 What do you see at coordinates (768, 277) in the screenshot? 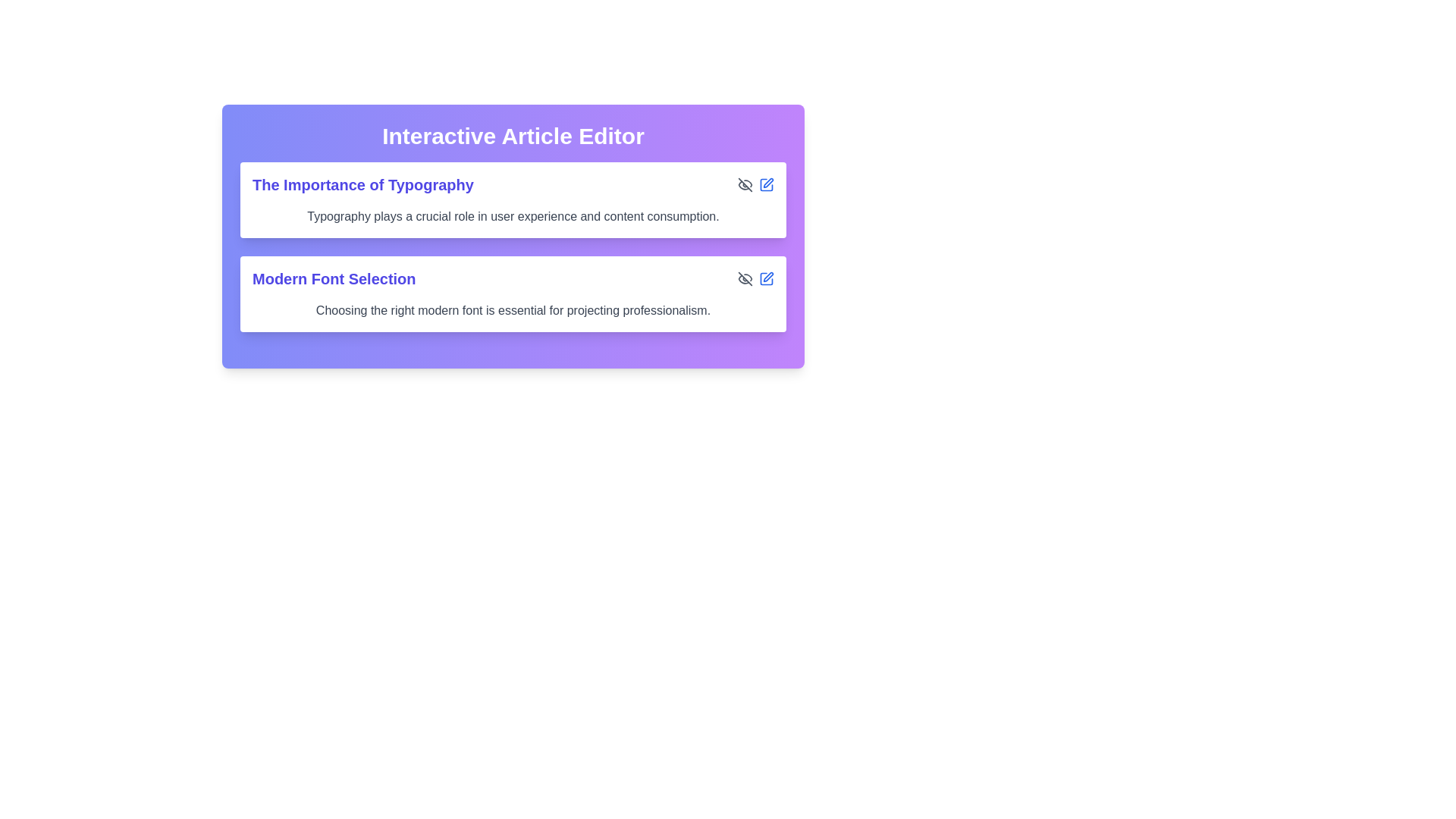
I see `the small blue pen-shaped icon button representing the edit action, located to the right of the second article entry` at bounding box center [768, 277].